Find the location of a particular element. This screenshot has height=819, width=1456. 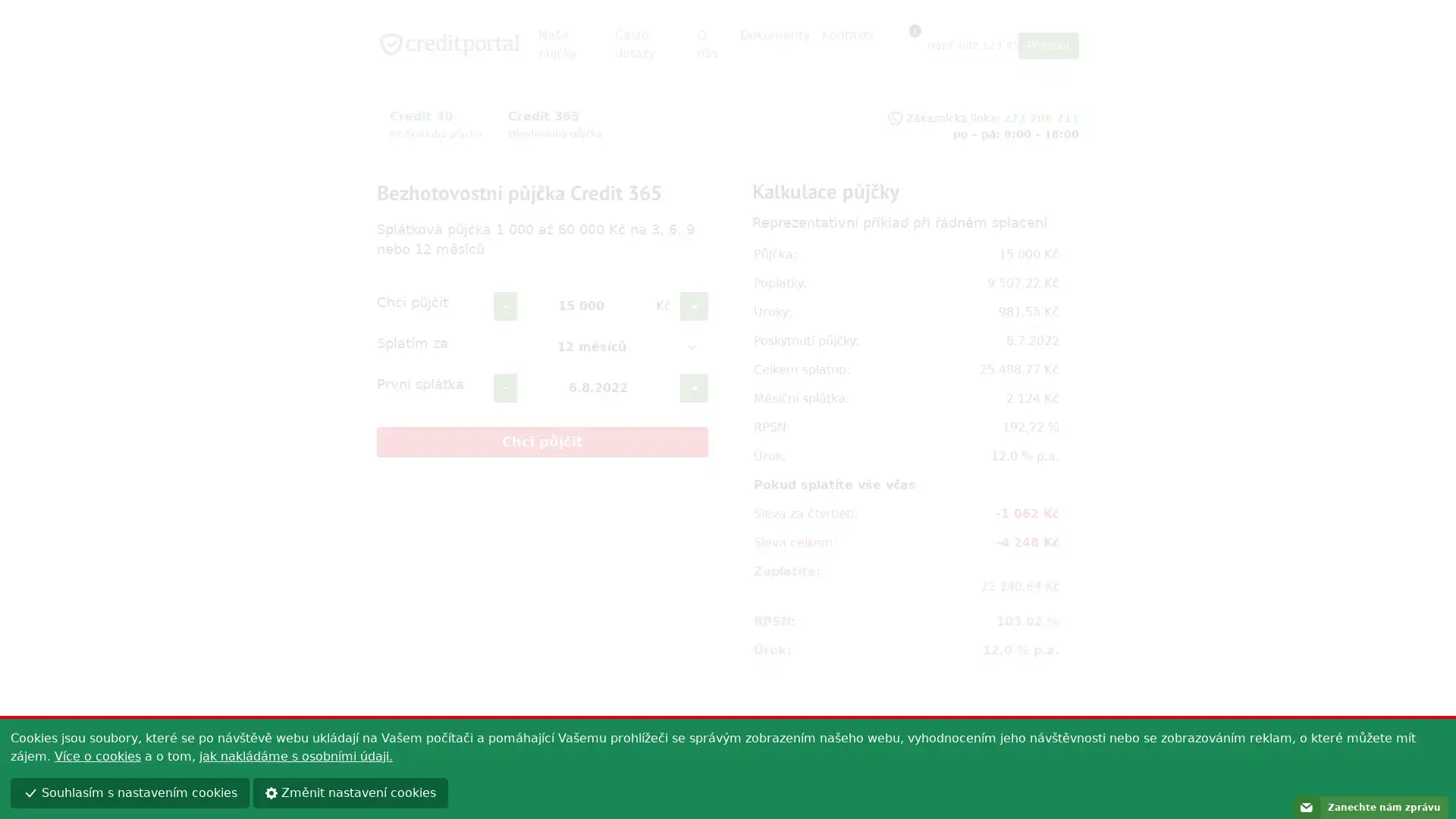

Chci pujcit is located at coordinates (542, 441).